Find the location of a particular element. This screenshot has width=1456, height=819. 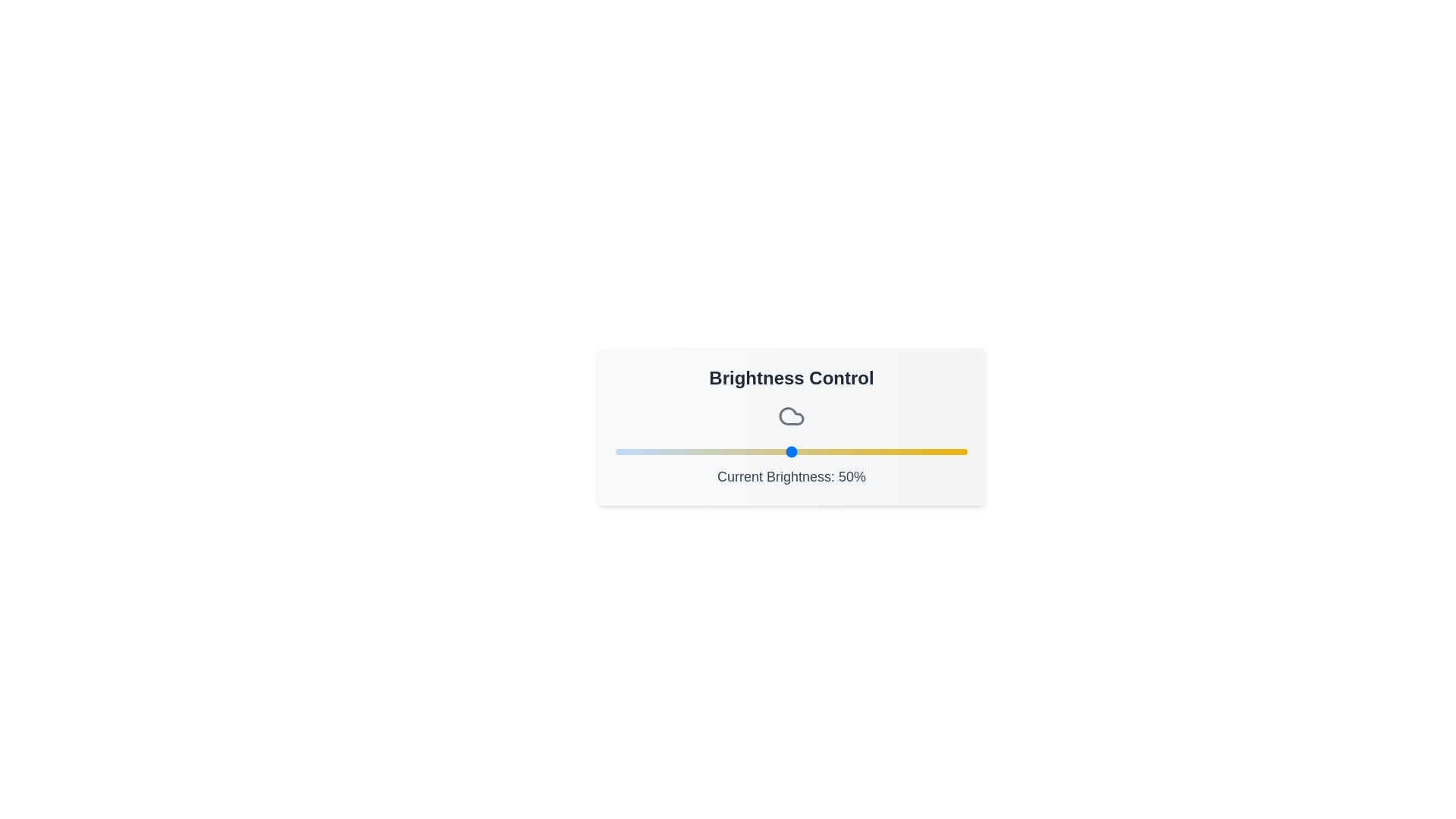

the brightness level to 88% by interacting with the slider is located at coordinates (924, 451).